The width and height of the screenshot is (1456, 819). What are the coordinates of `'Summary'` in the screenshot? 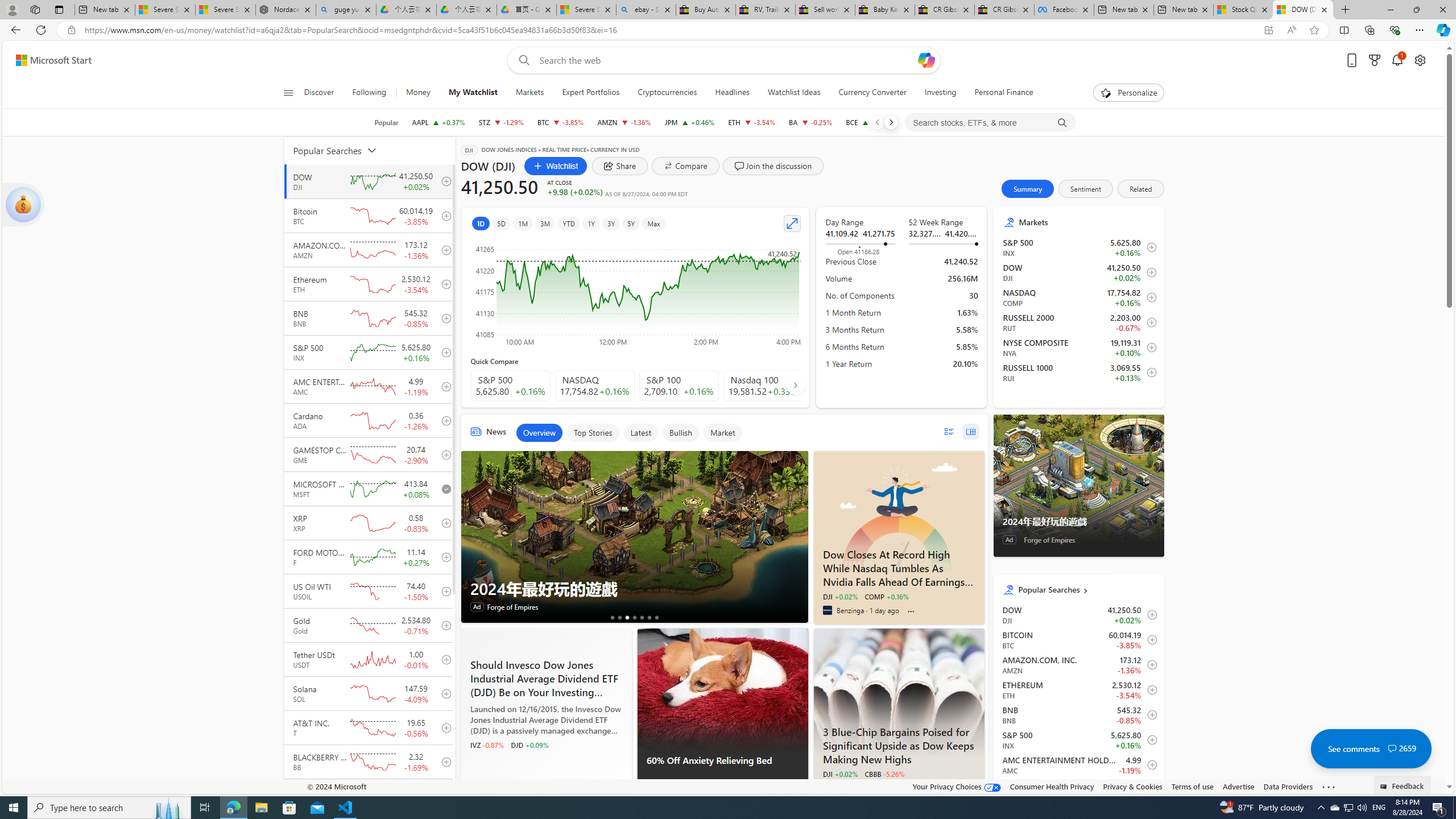 It's located at (1027, 188).